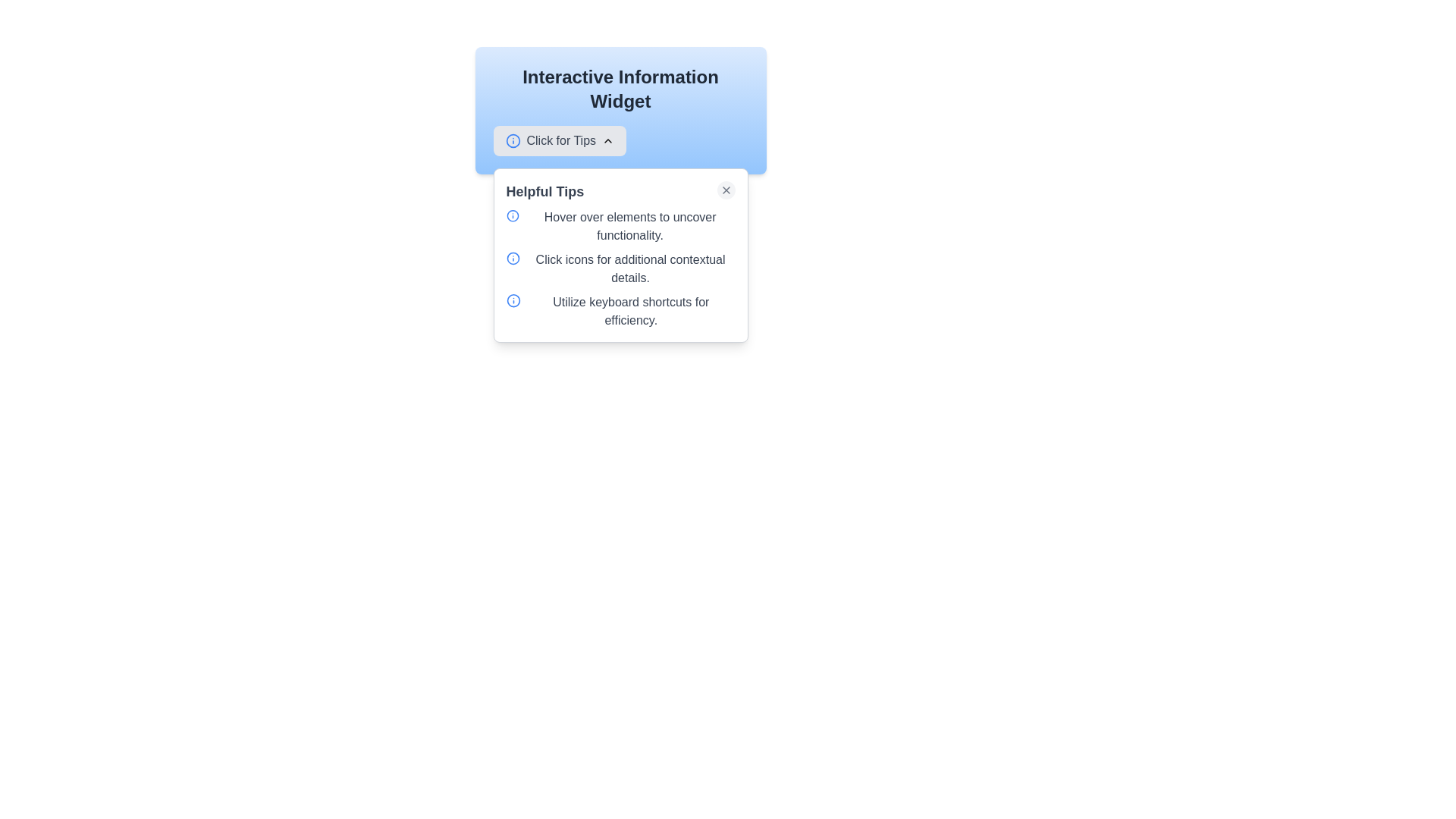 The image size is (1456, 819). I want to click on the blue circular icon with an information symbol located to the left of the 'Click for Tips' button, so click(513, 140).